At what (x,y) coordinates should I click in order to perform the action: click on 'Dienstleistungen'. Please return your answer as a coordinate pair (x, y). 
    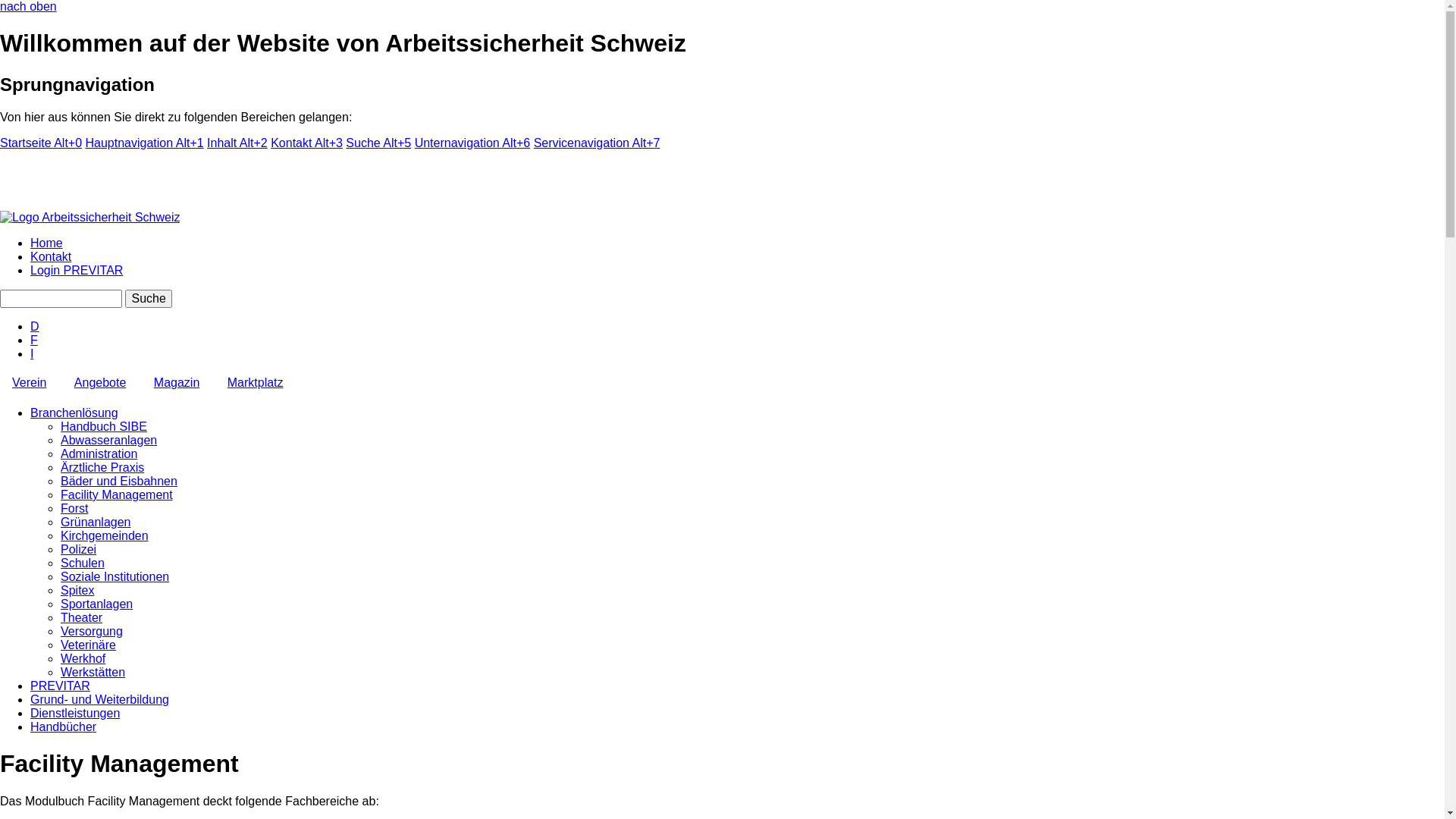
    Looking at the image, I should click on (74, 713).